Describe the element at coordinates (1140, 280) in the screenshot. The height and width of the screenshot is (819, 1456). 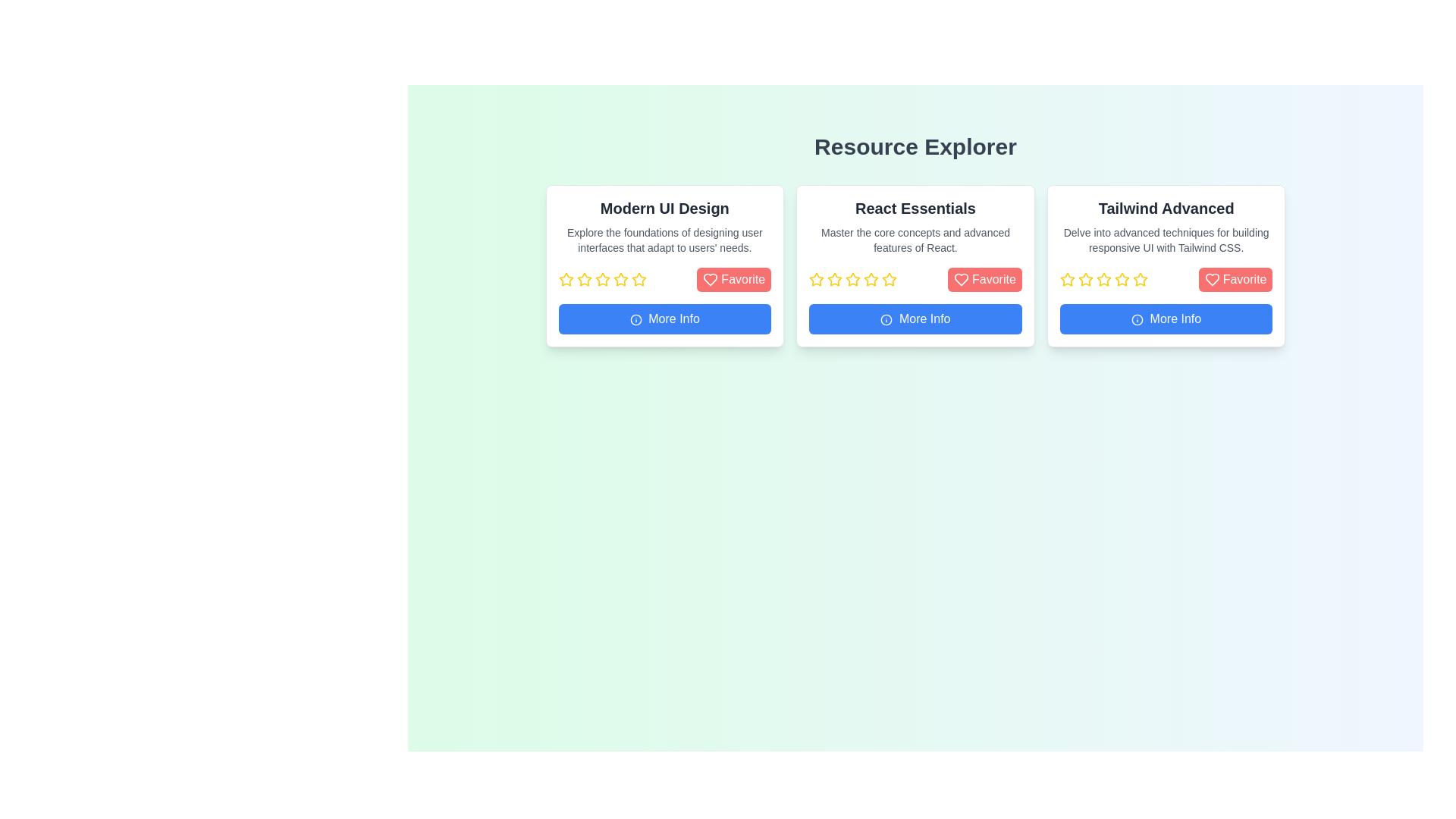
I see `the fifth star icon in the 'Tailwind Advanced' section to provide a rating` at that location.